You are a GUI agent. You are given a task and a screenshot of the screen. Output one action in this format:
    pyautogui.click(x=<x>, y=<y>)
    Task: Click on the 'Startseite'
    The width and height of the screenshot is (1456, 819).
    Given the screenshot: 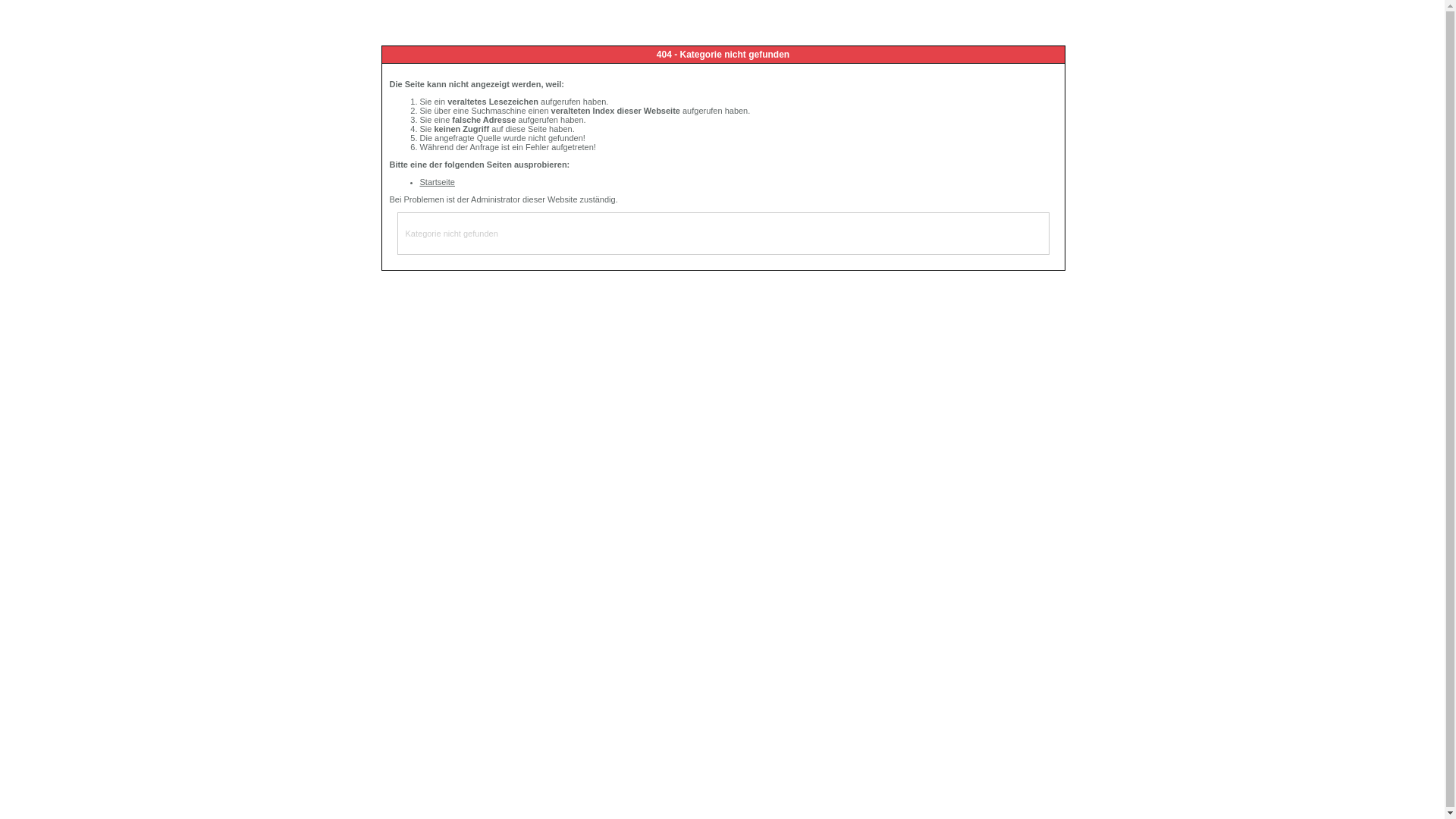 What is the action you would take?
    pyautogui.click(x=436, y=180)
    